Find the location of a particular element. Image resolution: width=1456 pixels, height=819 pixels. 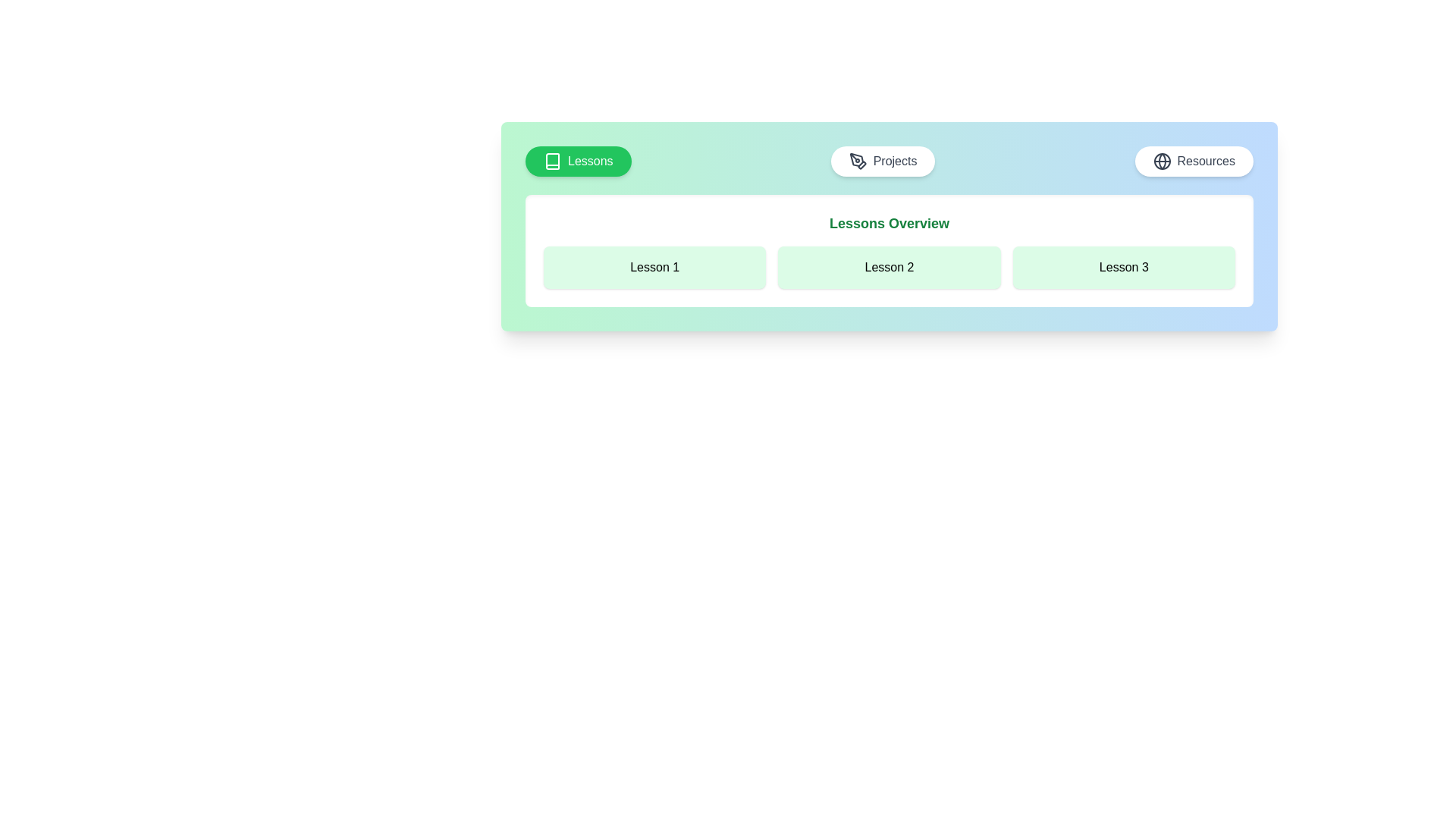

the button representing the third lesson in the series is located at coordinates (1124, 267).